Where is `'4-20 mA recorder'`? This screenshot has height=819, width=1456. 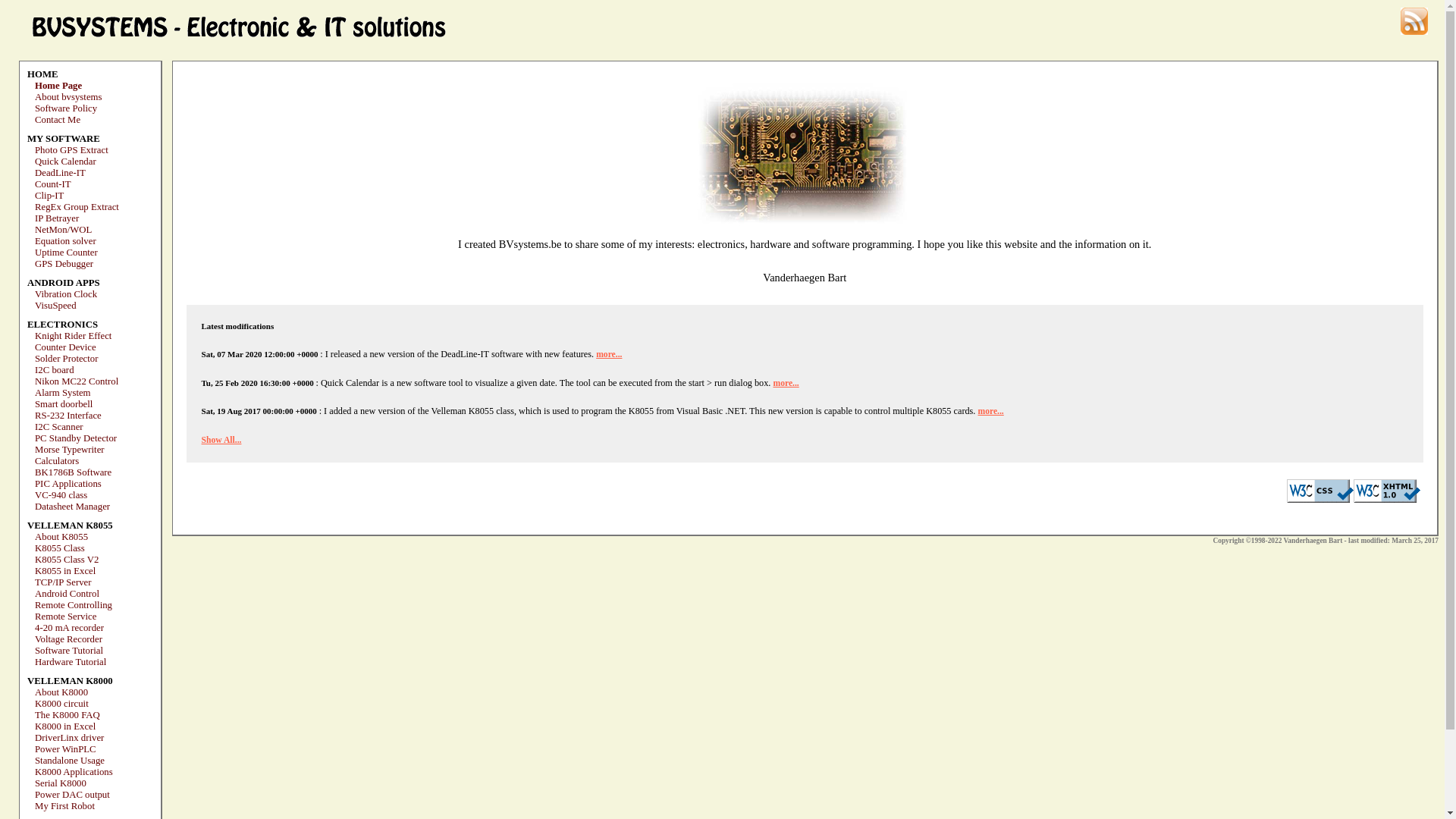
'4-20 mA recorder' is located at coordinates (68, 628).